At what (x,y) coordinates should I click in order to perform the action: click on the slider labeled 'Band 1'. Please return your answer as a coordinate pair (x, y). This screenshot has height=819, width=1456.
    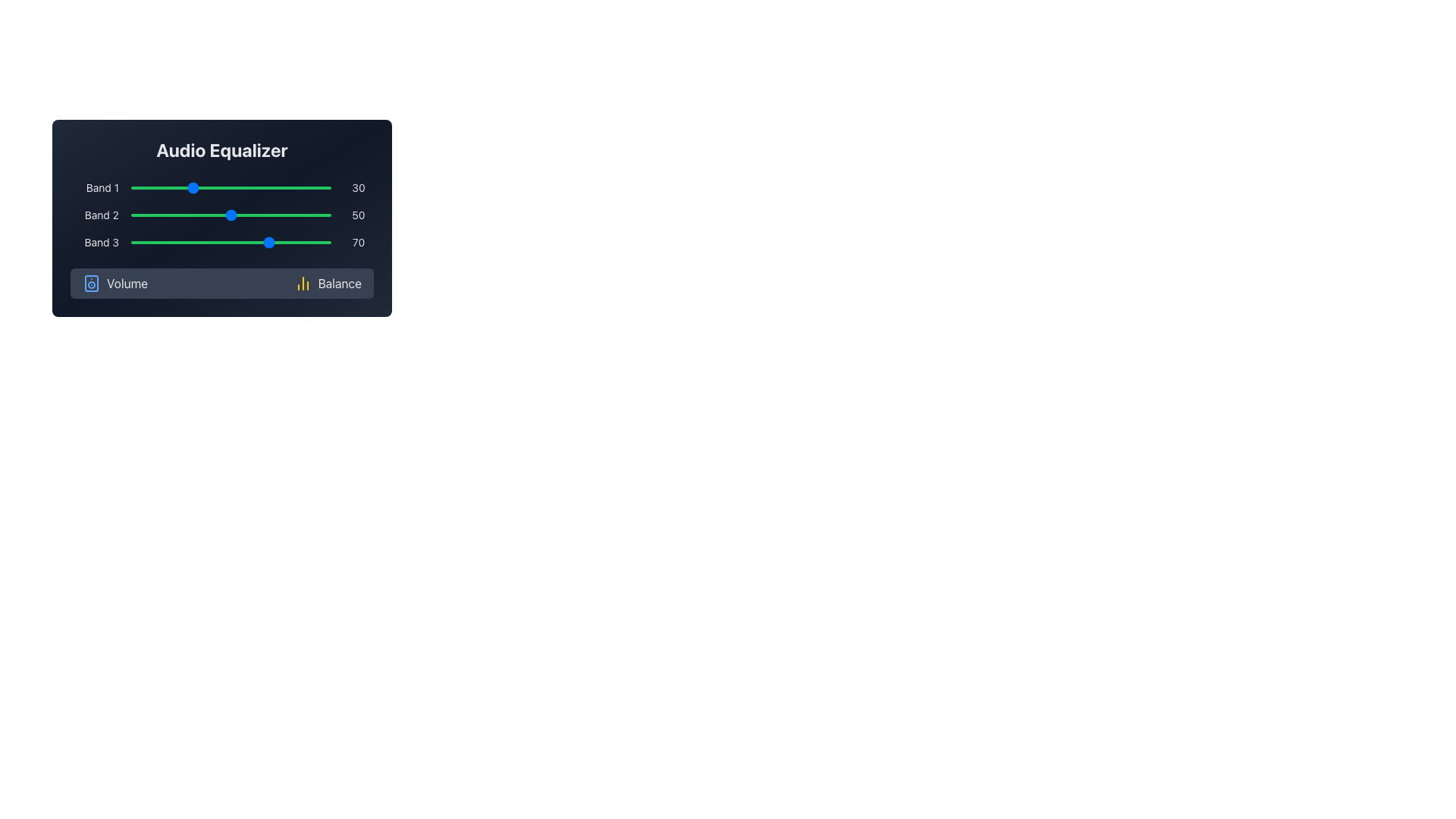
    Looking at the image, I should click on (159, 187).